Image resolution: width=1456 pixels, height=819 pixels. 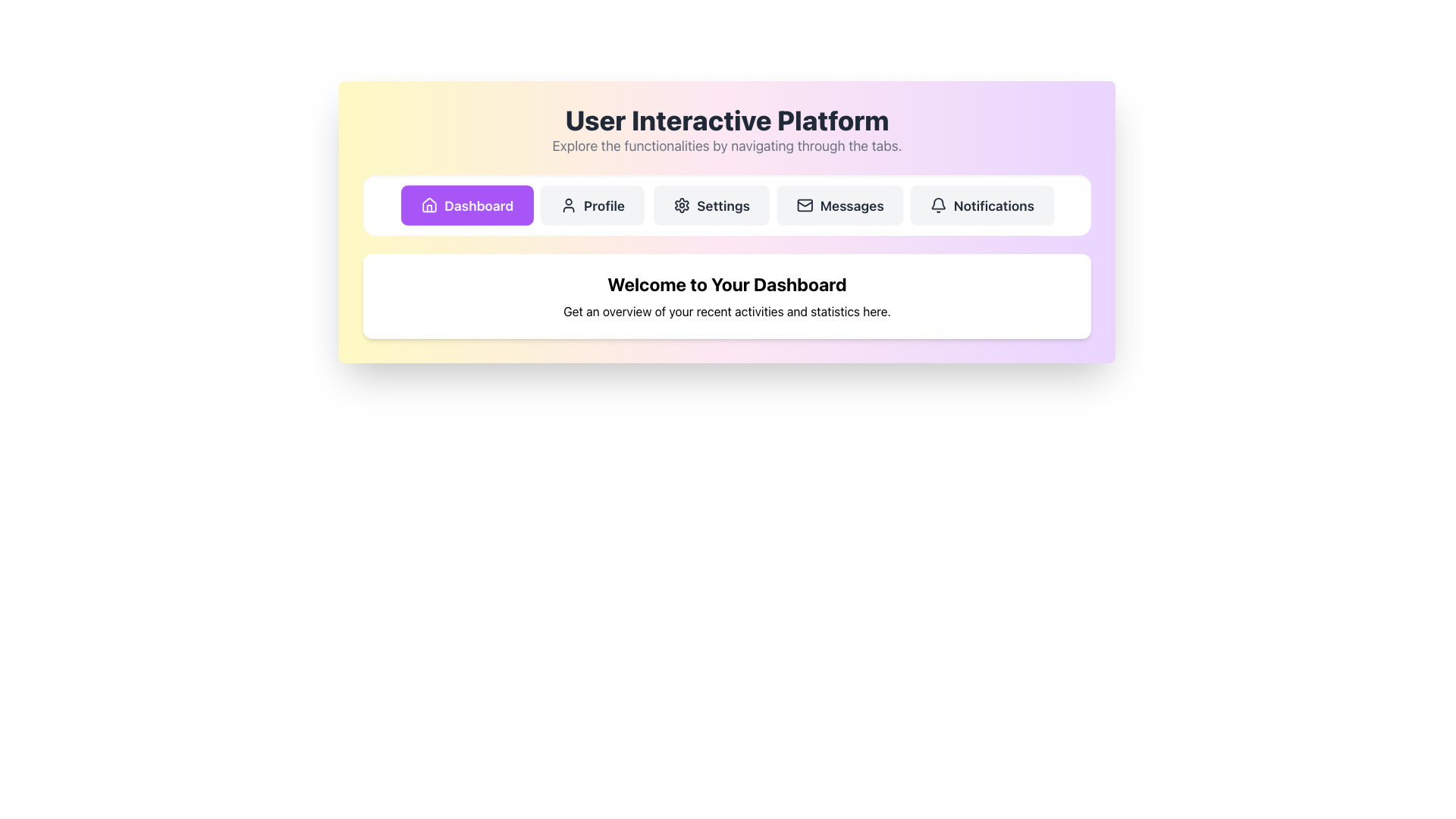 I want to click on the 'Settings' button, which is a rectangular button with a light gray background and dark gray text, featuring a gear icon to the left of the text, located near the center of the top section of the interface, so click(x=711, y=205).